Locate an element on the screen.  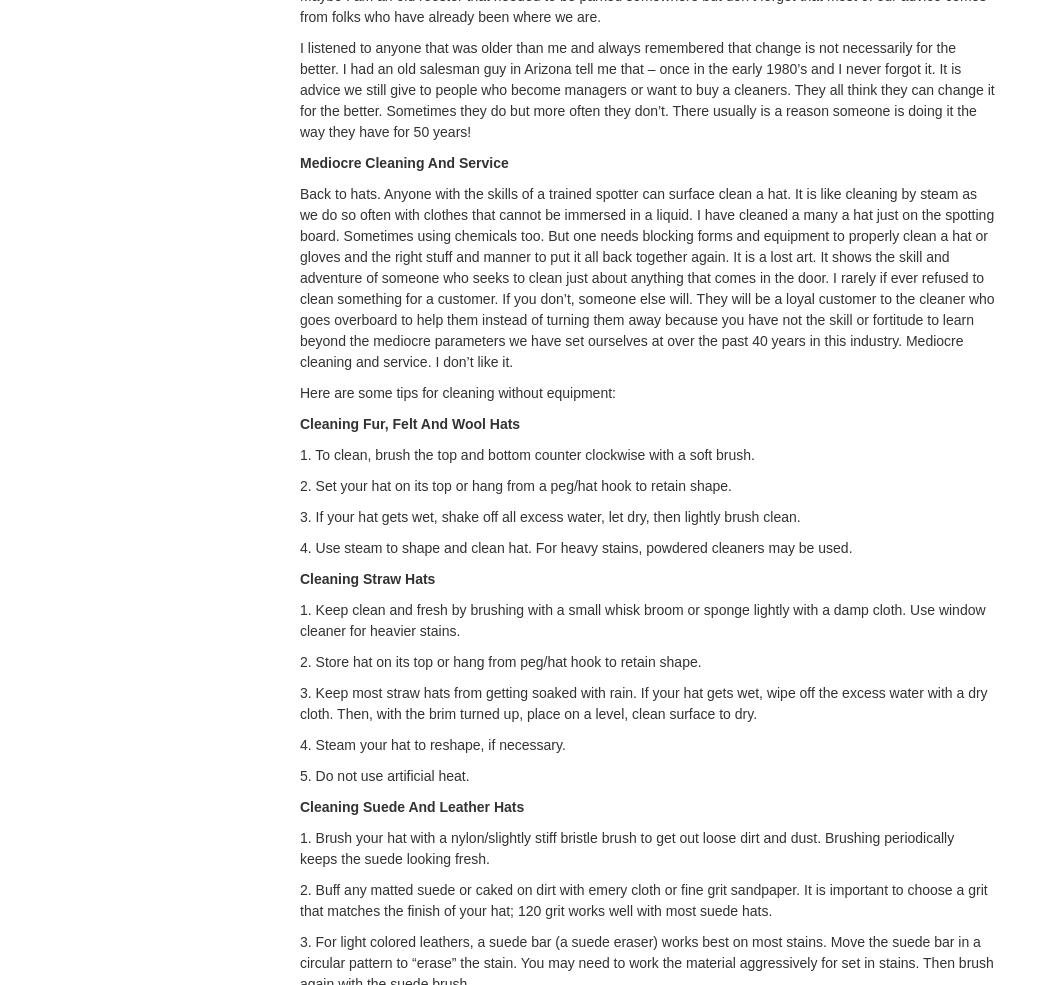
'Back to hats. Anyone with the skills of a trained spotter can surface clean a hat. It is like cleaning by steam as we do so often with clothes that cannot be immersed in a liquid. I have cleaned a many a hat just on the spotting board. Sometimes using chemicals too. But one needs blocking forms and equipment to properly clean a hat or gloves and the right stuff and manner to put it all back together again. It is a lost art. It shows the skill and adventure of someone who seeks to clean just about anything that comes in the door. I rarely if ever refused to clean something for a customer. If you don’t, someone else will. They will be a loyal customer to the cleaner who goes overboard to help them instead of turning them away because you have not the skill or fortitude to learn beyond the mediocre parameters we have set ourselves at over the past 40 years in this industry. Mediocre cleaning and service. I don’t like it.' is located at coordinates (646, 276).